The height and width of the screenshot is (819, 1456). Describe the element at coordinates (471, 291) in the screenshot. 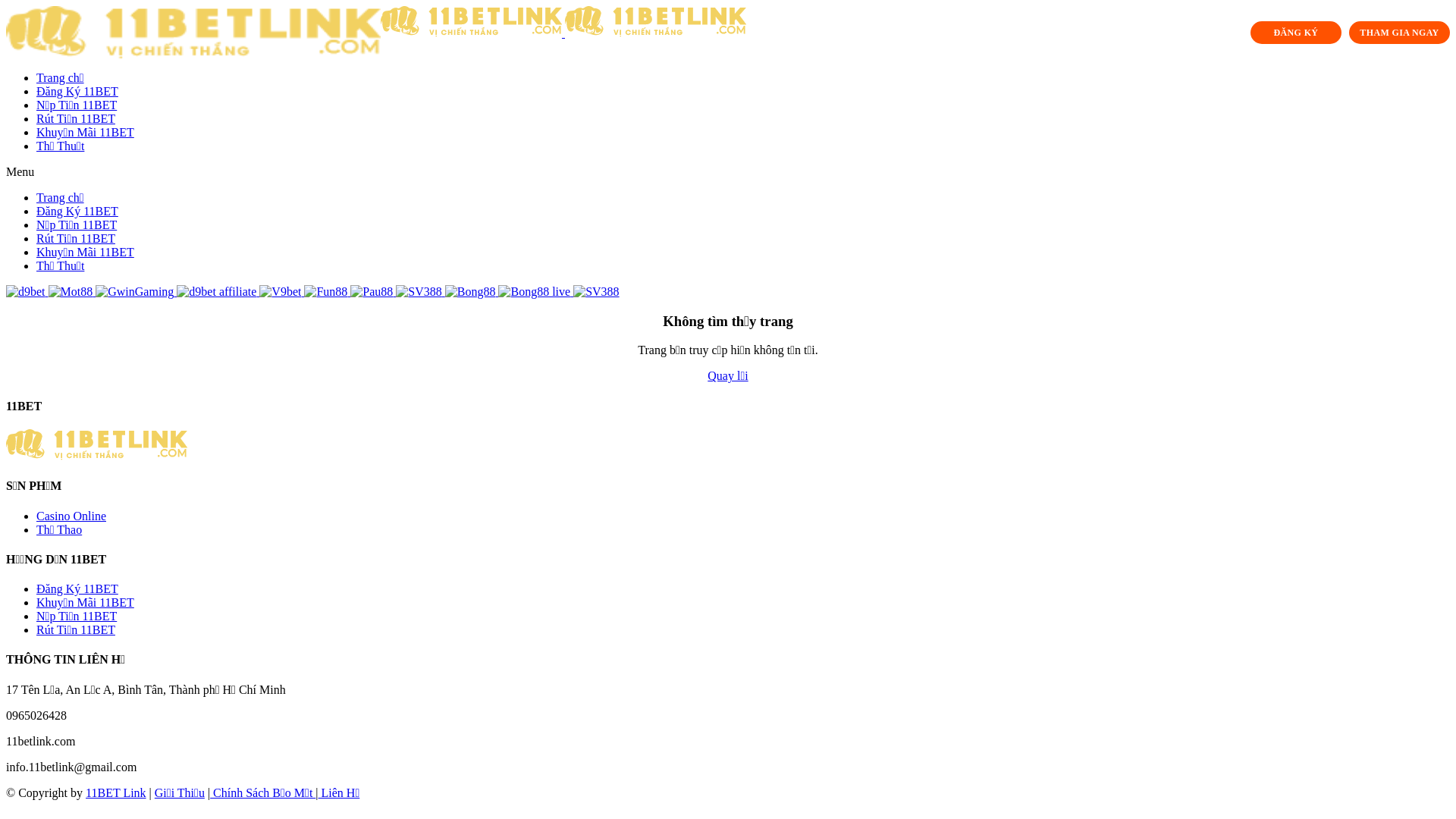

I see `'Bong88'` at that location.